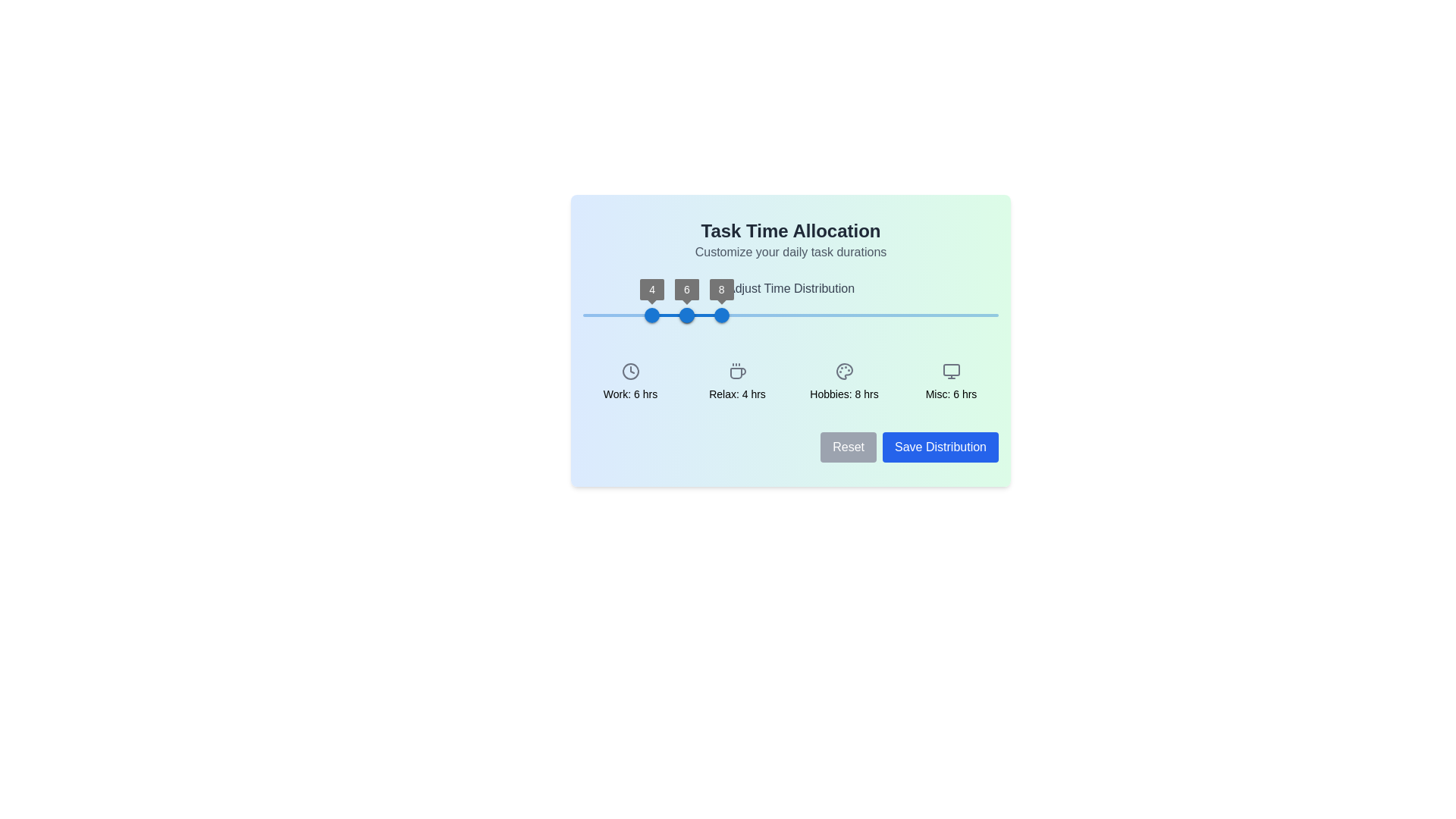  What do you see at coordinates (672, 315) in the screenshot?
I see `the slider` at bounding box center [672, 315].